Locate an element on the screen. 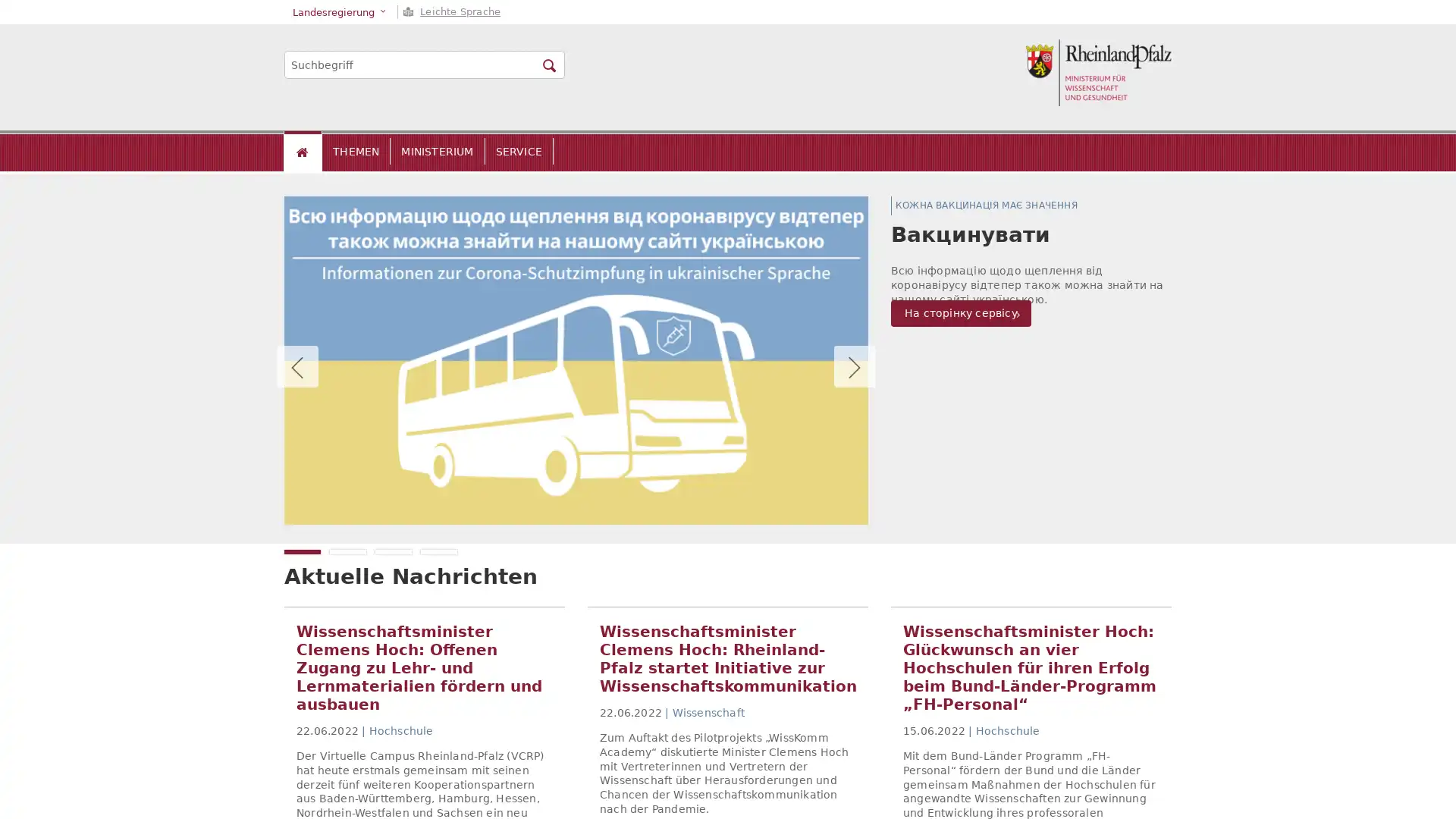 The width and height of the screenshot is (1456, 819). THEMEN is located at coordinates (355, 152).